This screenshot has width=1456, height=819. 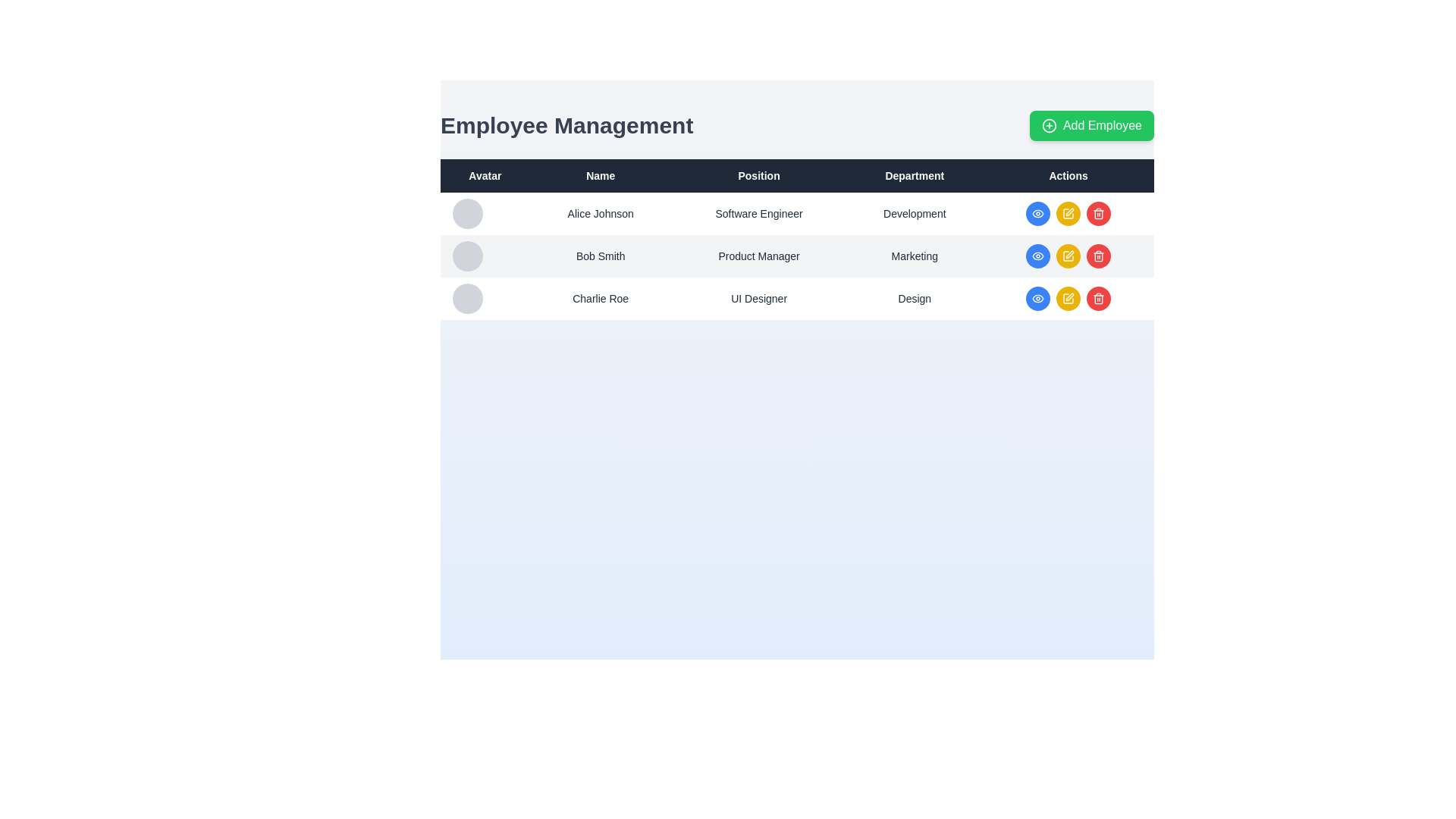 I want to click on the 'Marketing' text label in the 'Department' column corresponding to 'Bob Smith', so click(x=914, y=256).